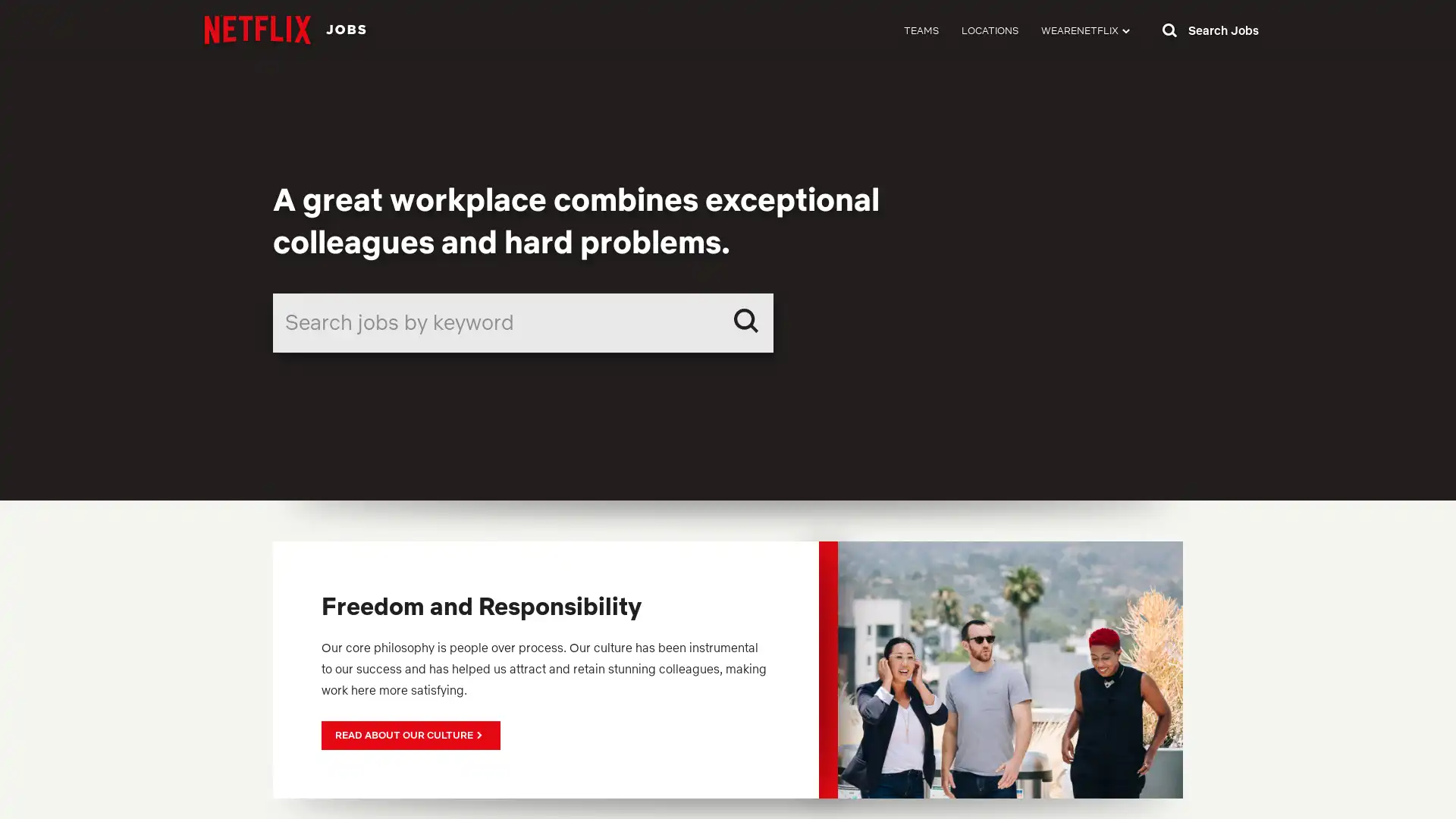 The image size is (1456, 819). Describe the element at coordinates (745, 320) in the screenshot. I see `Search Submit` at that location.